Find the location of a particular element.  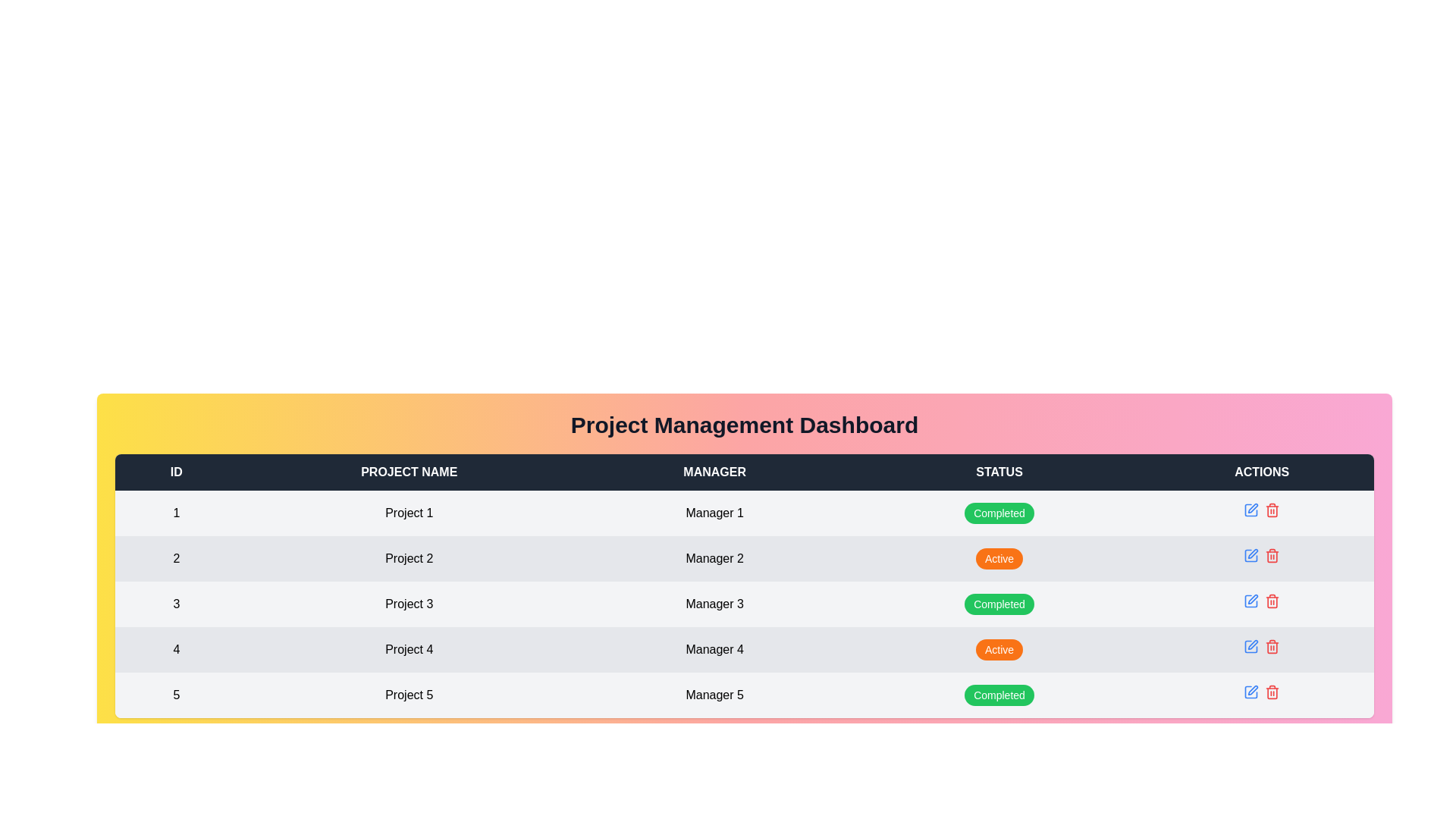

the edit icon located in the 'Actions' column of the fourth row in the table, which allows users to edit the associated row or item is located at coordinates (1253, 598).